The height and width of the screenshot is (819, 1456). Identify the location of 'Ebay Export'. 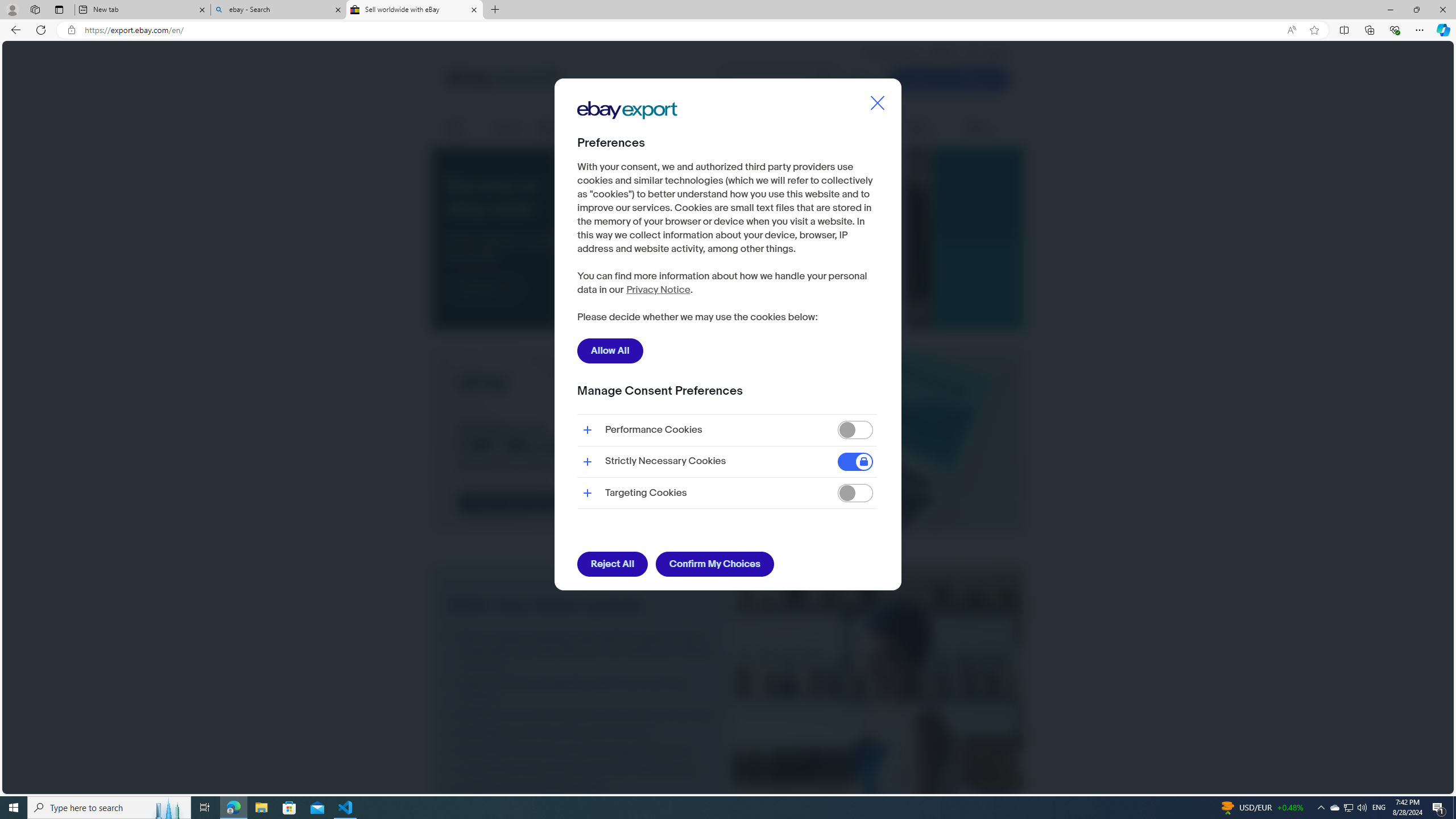
(630, 146).